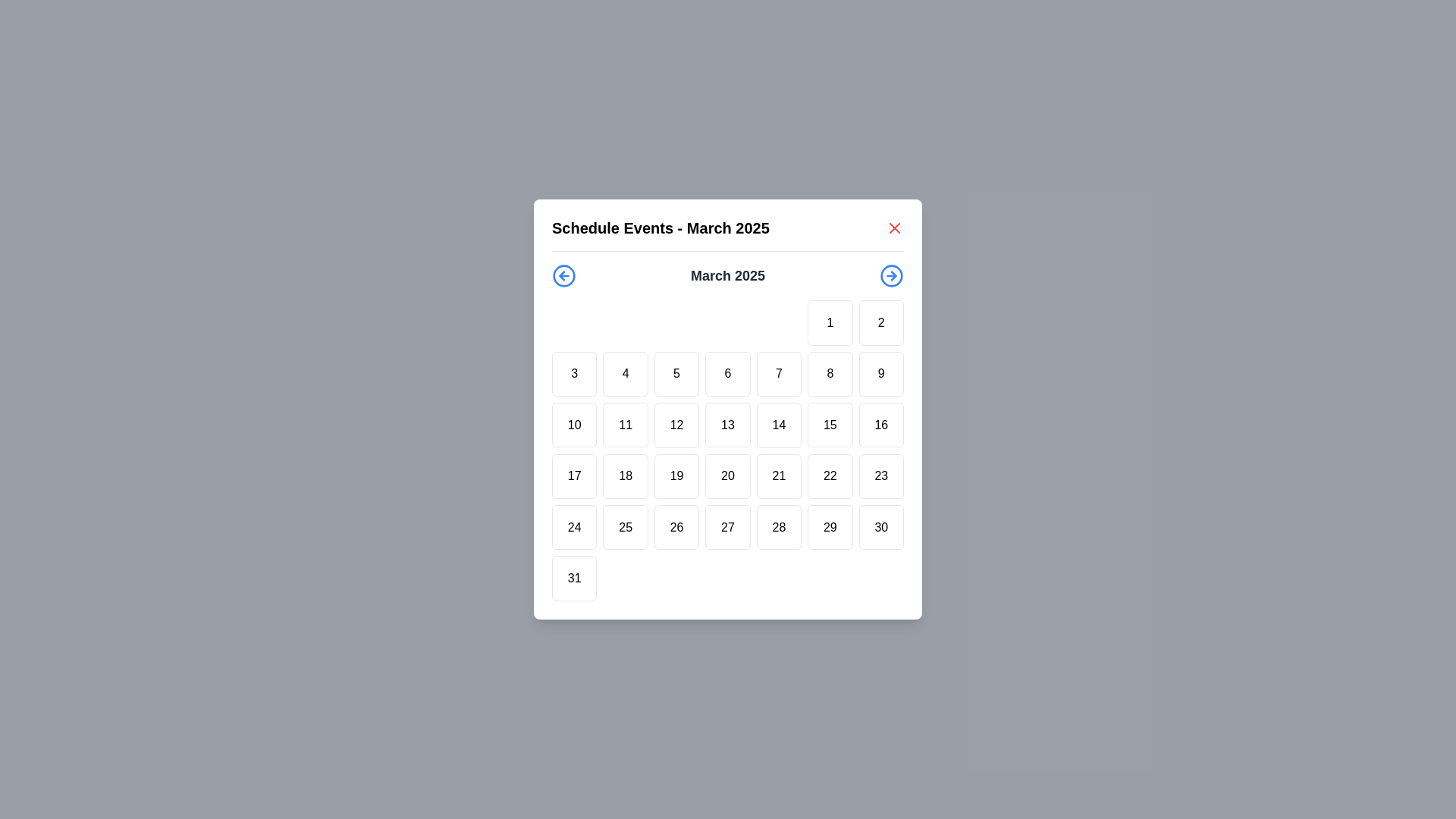 The image size is (1456, 819). Describe the element at coordinates (892, 275) in the screenshot. I see `the Navigation Button located in the top-right corner of the calendar interface, next to the 'March 2025' title` at that location.